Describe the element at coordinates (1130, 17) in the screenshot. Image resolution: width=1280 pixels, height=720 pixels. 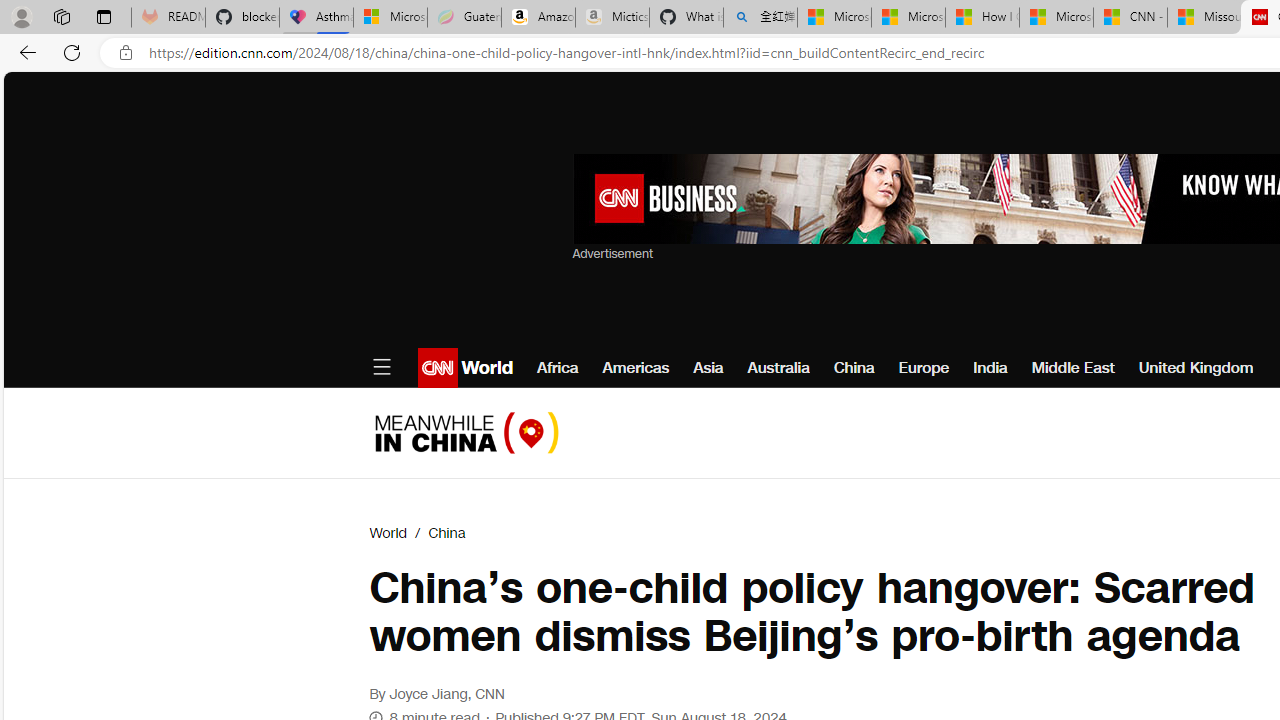
I see `'CNN - MSN'` at that location.